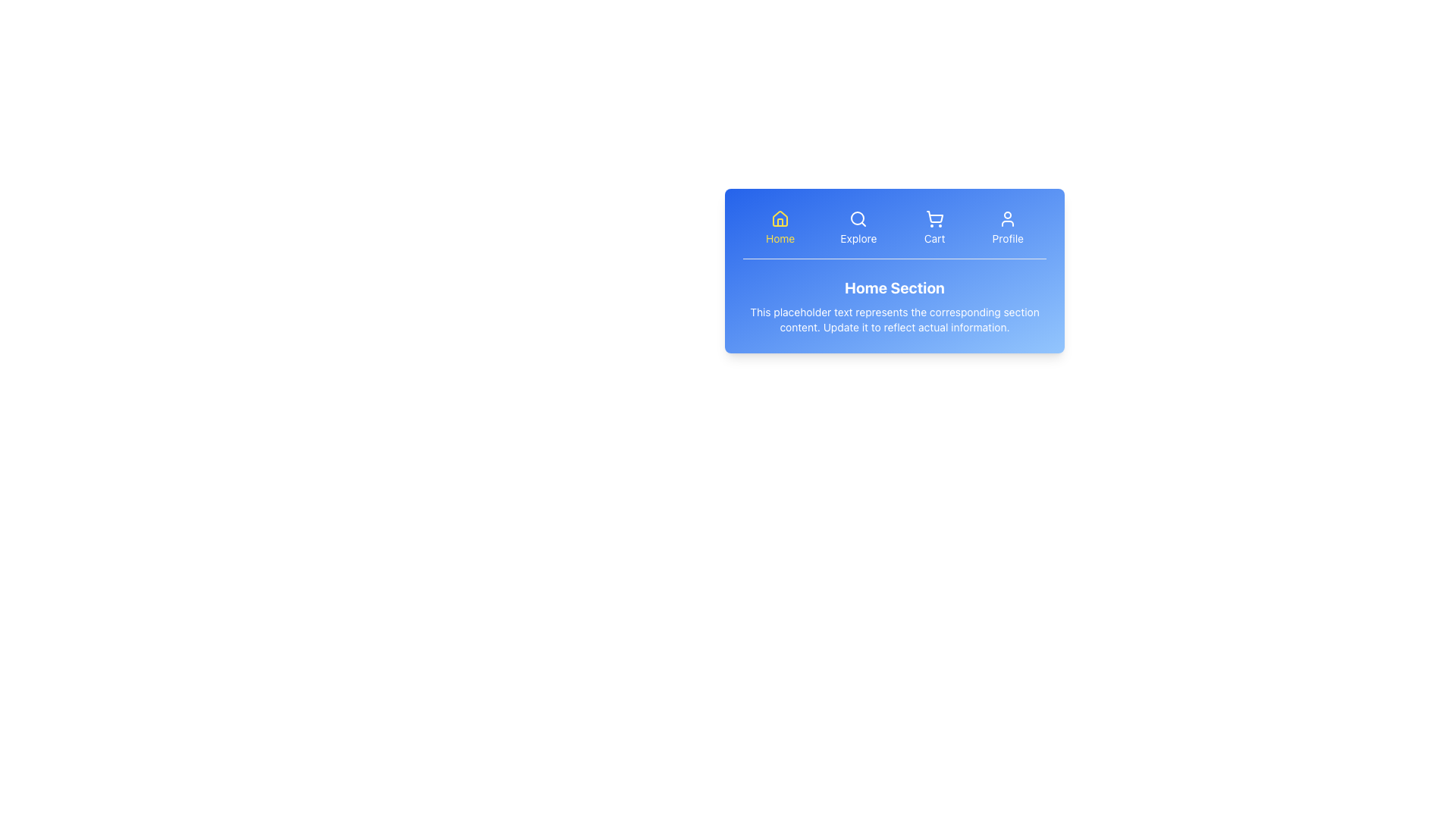  I want to click on Text Block containing the content 'This placeholder text represents the corresponding section content. Update it to reflect actual information', which is styled with a small font size and centered alignment, located beneath the title 'Home Section', so click(895, 318).